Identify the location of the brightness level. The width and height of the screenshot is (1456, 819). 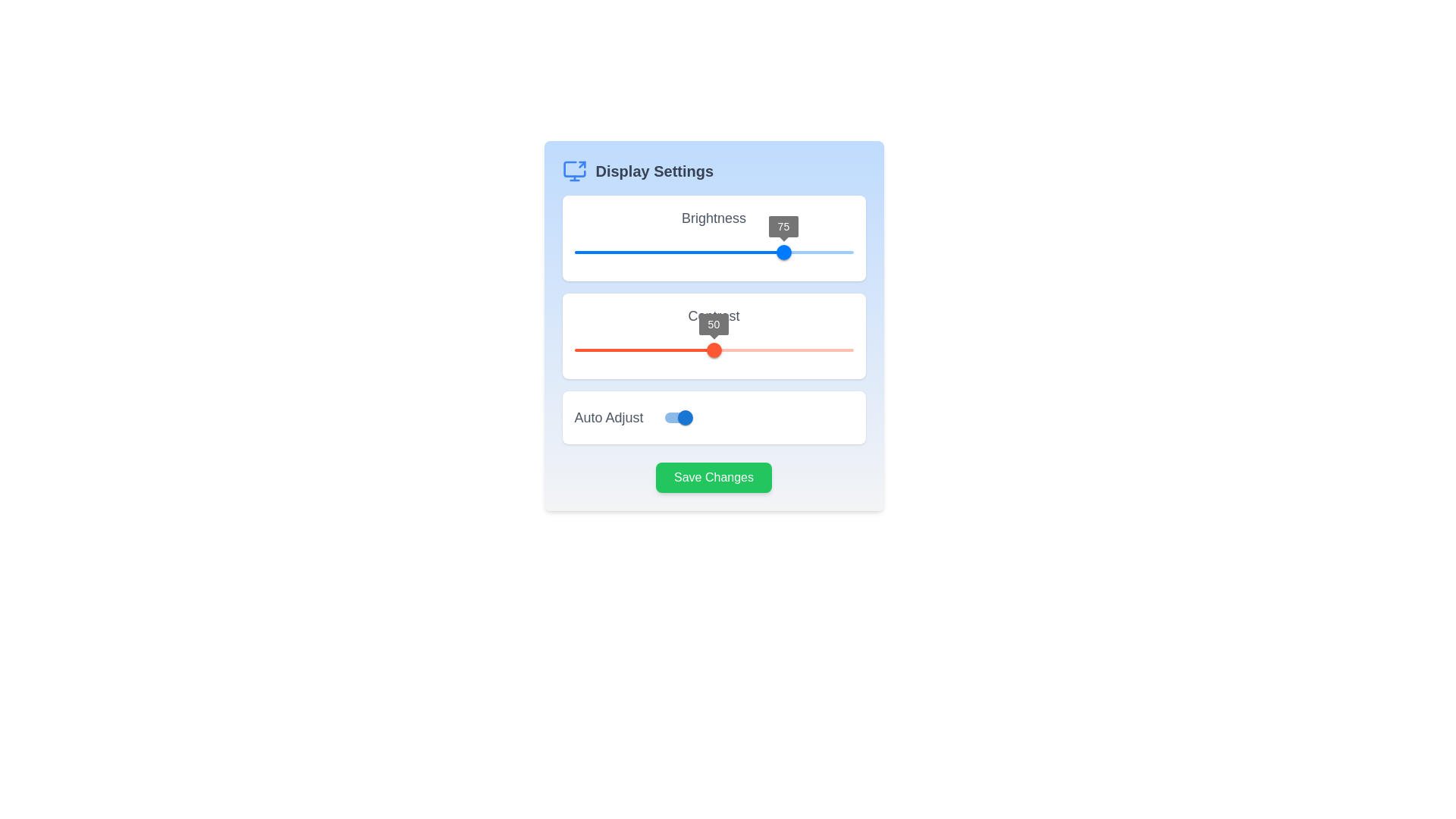
(693, 251).